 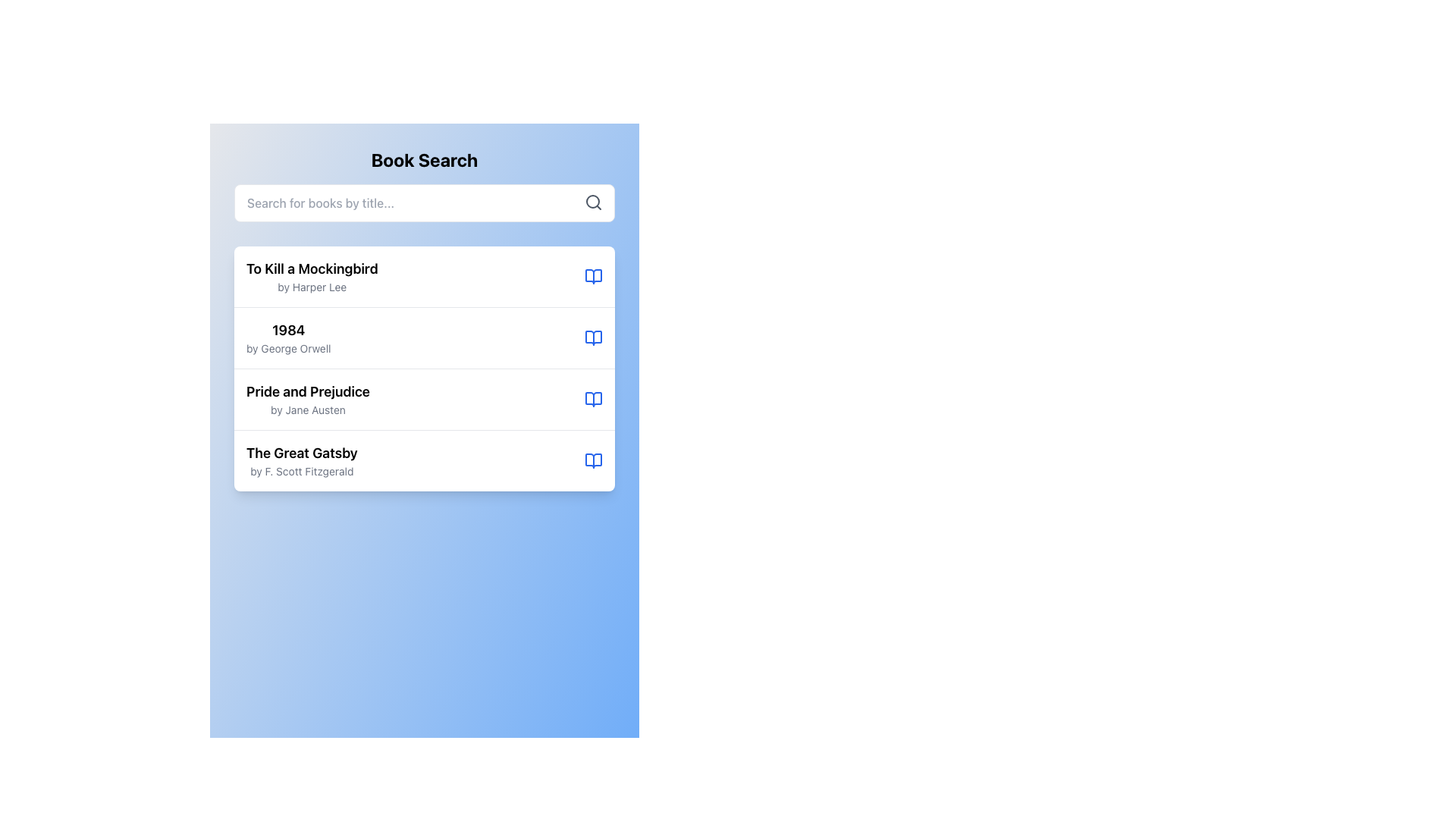 What do you see at coordinates (307, 391) in the screenshot?
I see `the text label displaying 'Pride and Prejudice' to interact with the corresponding list item` at bounding box center [307, 391].